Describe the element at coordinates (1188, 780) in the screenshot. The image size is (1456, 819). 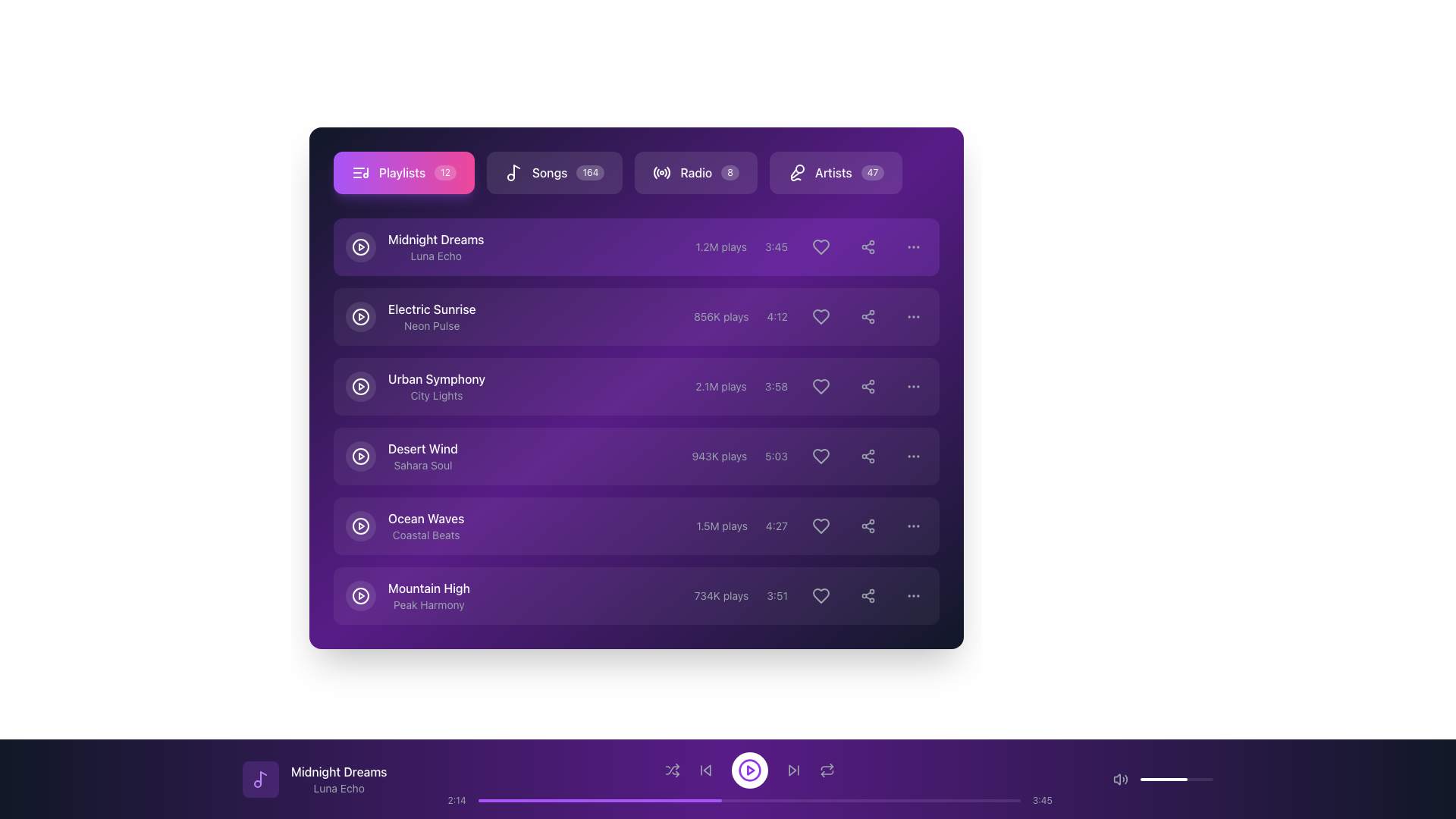
I see `the slider's value` at that location.